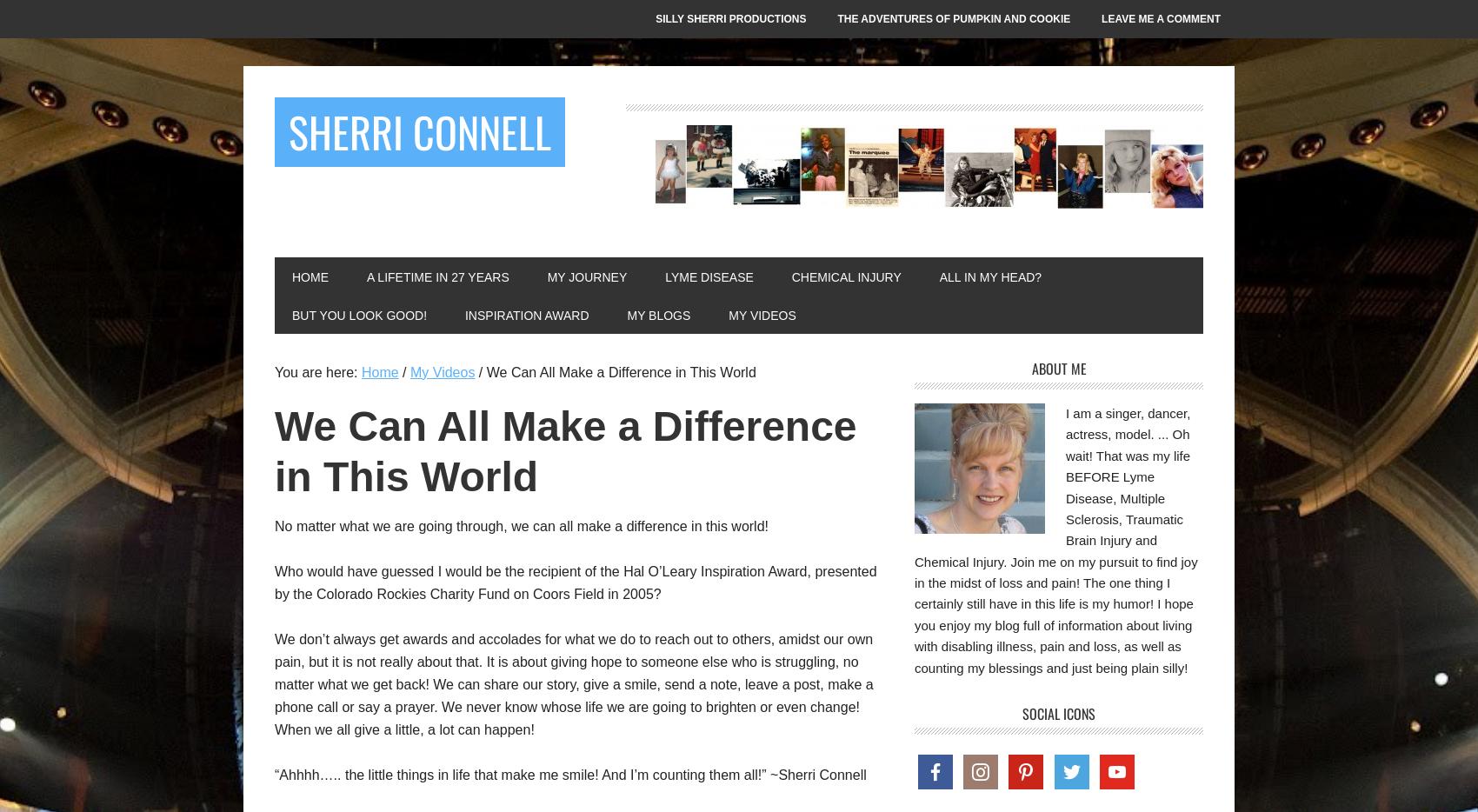  Describe the element at coordinates (358, 316) in the screenshot. I see `'But You LOOK Good!'` at that location.